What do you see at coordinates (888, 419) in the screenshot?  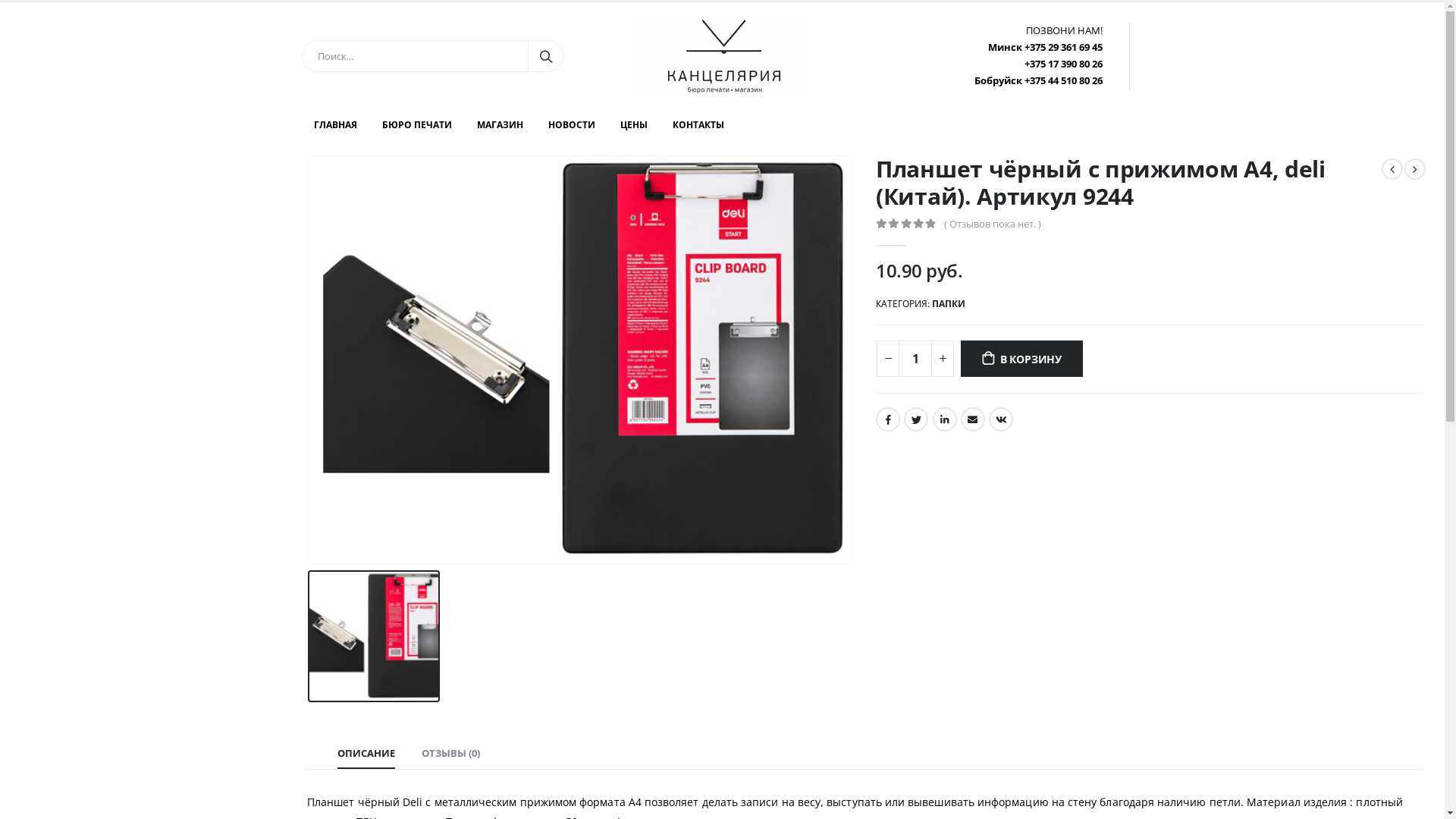 I see `'Facebook'` at bounding box center [888, 419].